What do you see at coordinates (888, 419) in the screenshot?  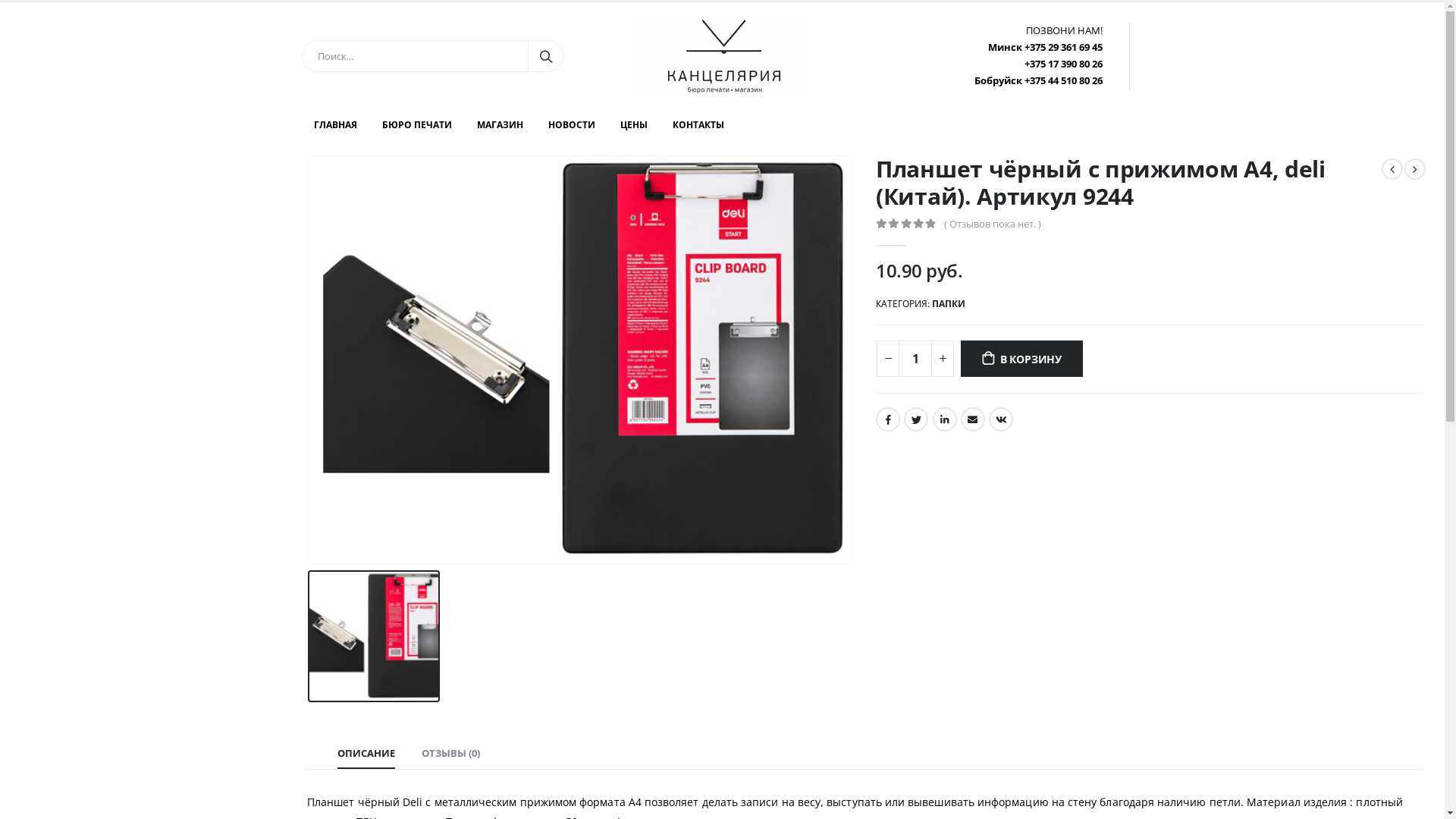 I see `'Facebook'` at bounding box center [888, 419].